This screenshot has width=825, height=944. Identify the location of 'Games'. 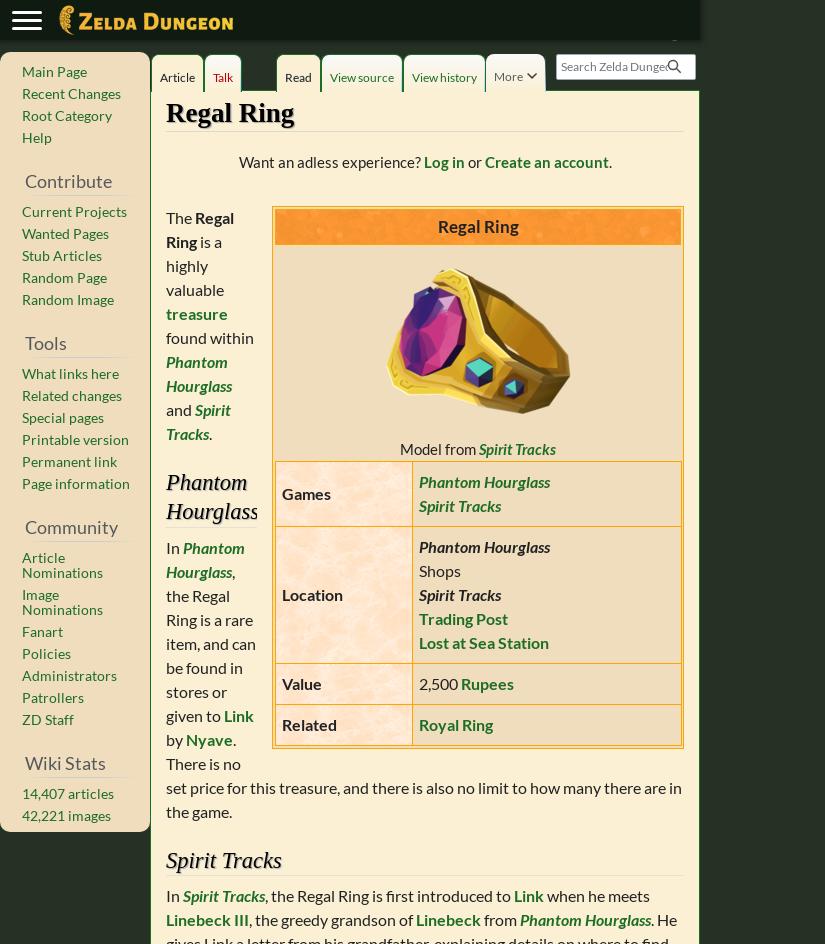
(305, 493).